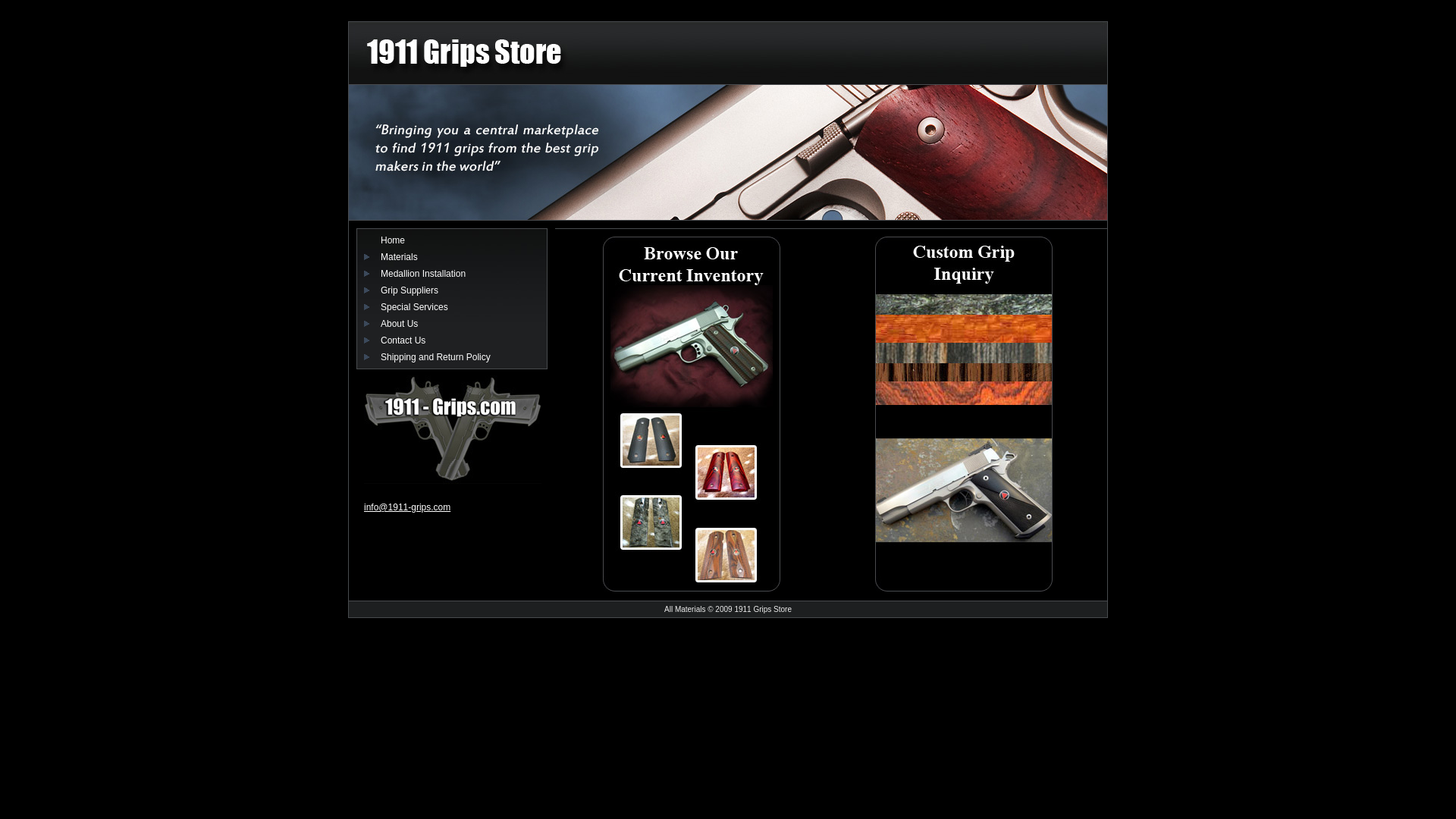  What do you see at coordinates (381, 356) in the screenshot?
I see `'Shipping and Return Policy'` at bounding box center [381, 356].